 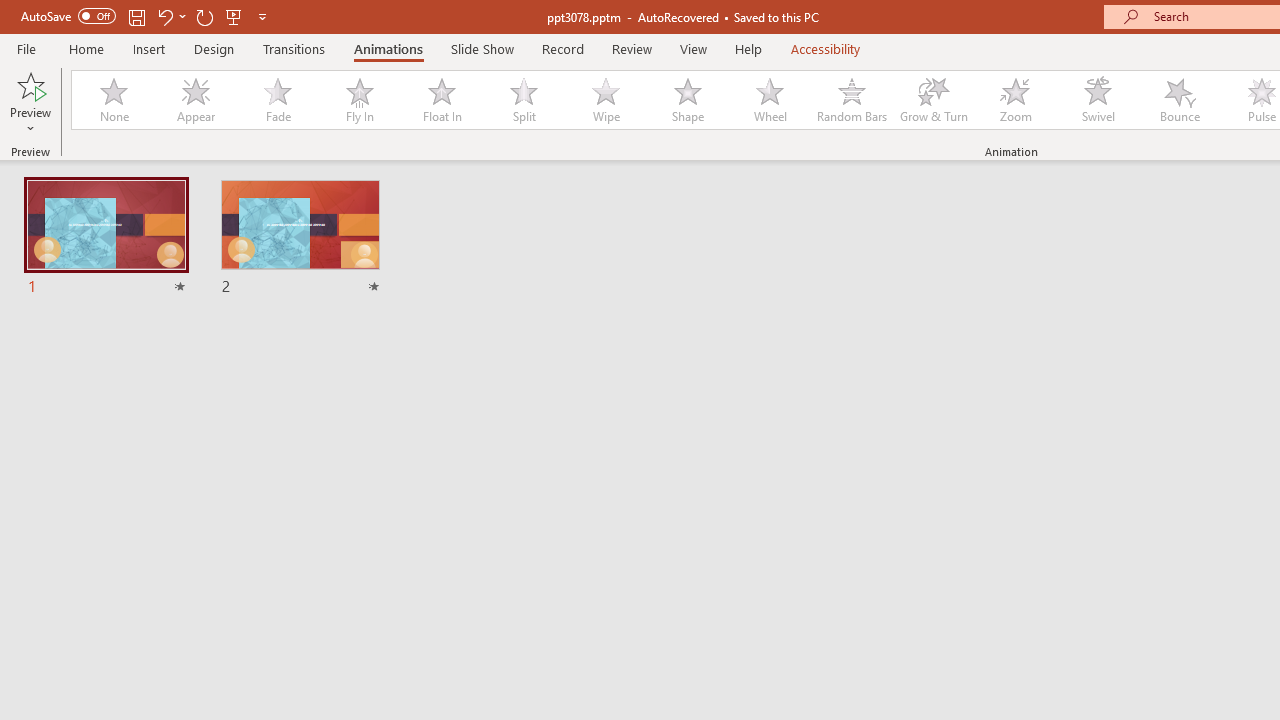 I want to click on 'Split', so click(x=523, y=100).